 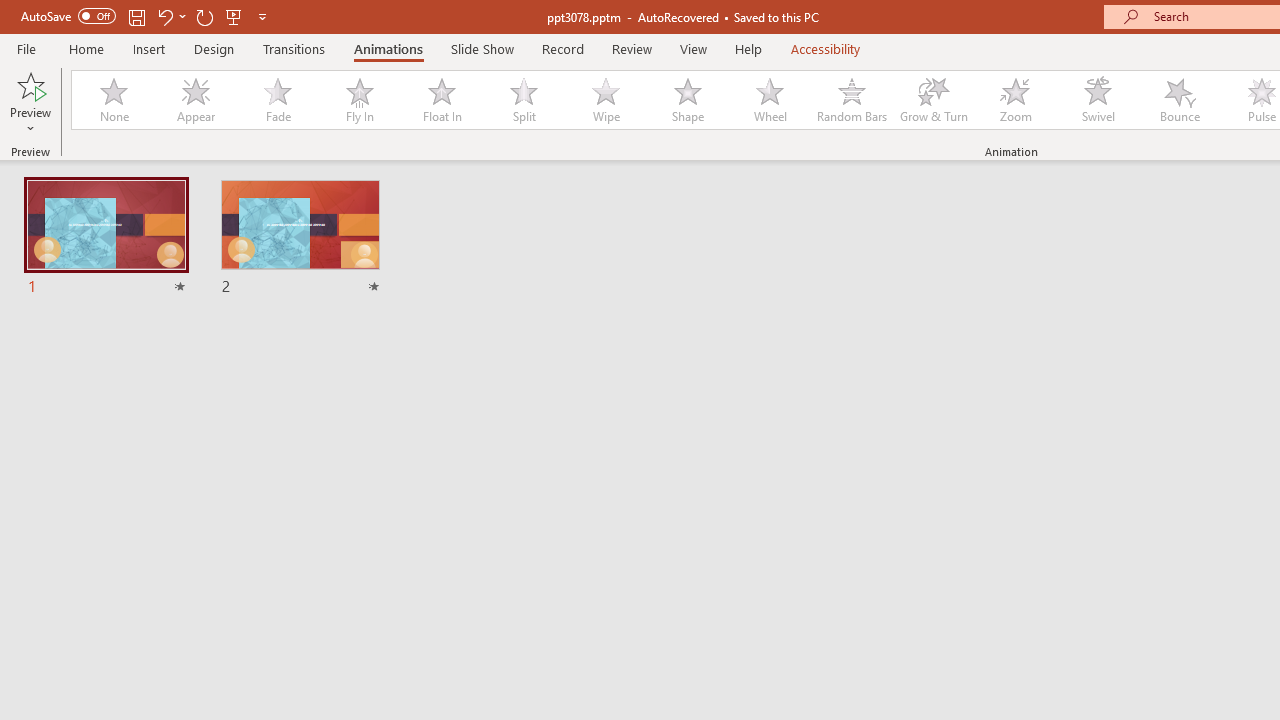 I want to click on 'Split', so click(x=523, y=100).